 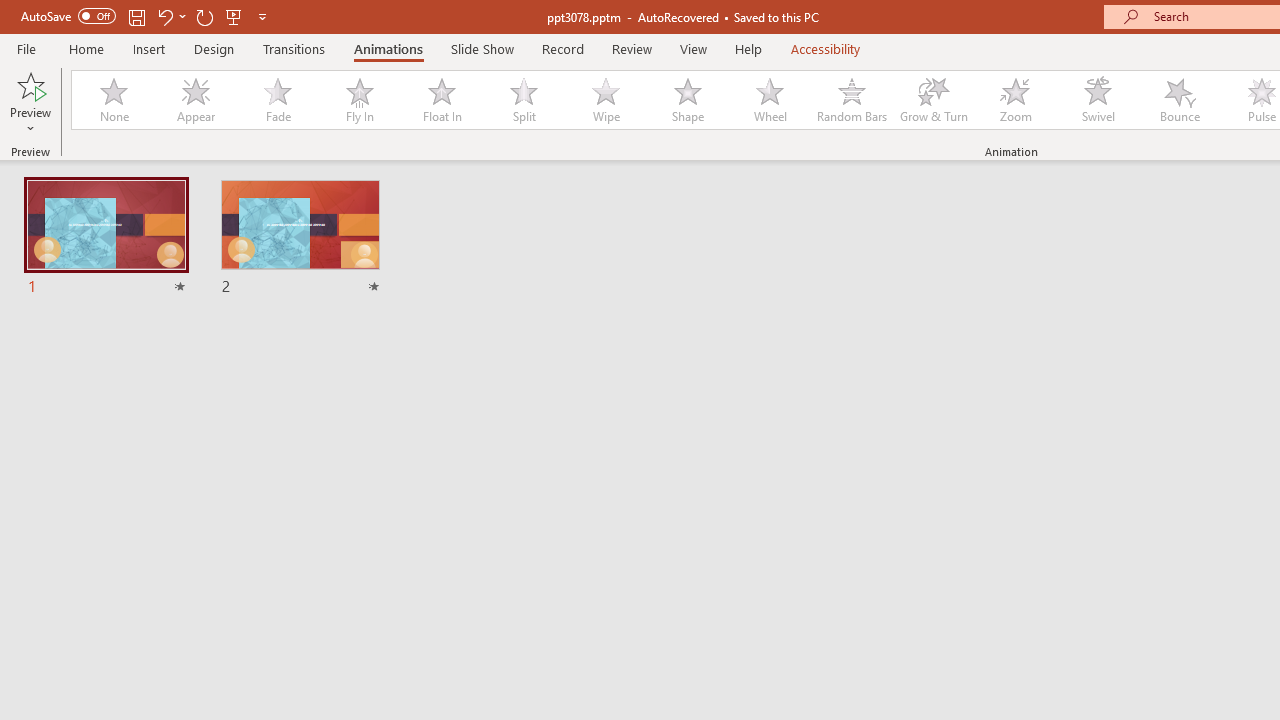 I want to click on 'Split', so click(x=523, y=100).